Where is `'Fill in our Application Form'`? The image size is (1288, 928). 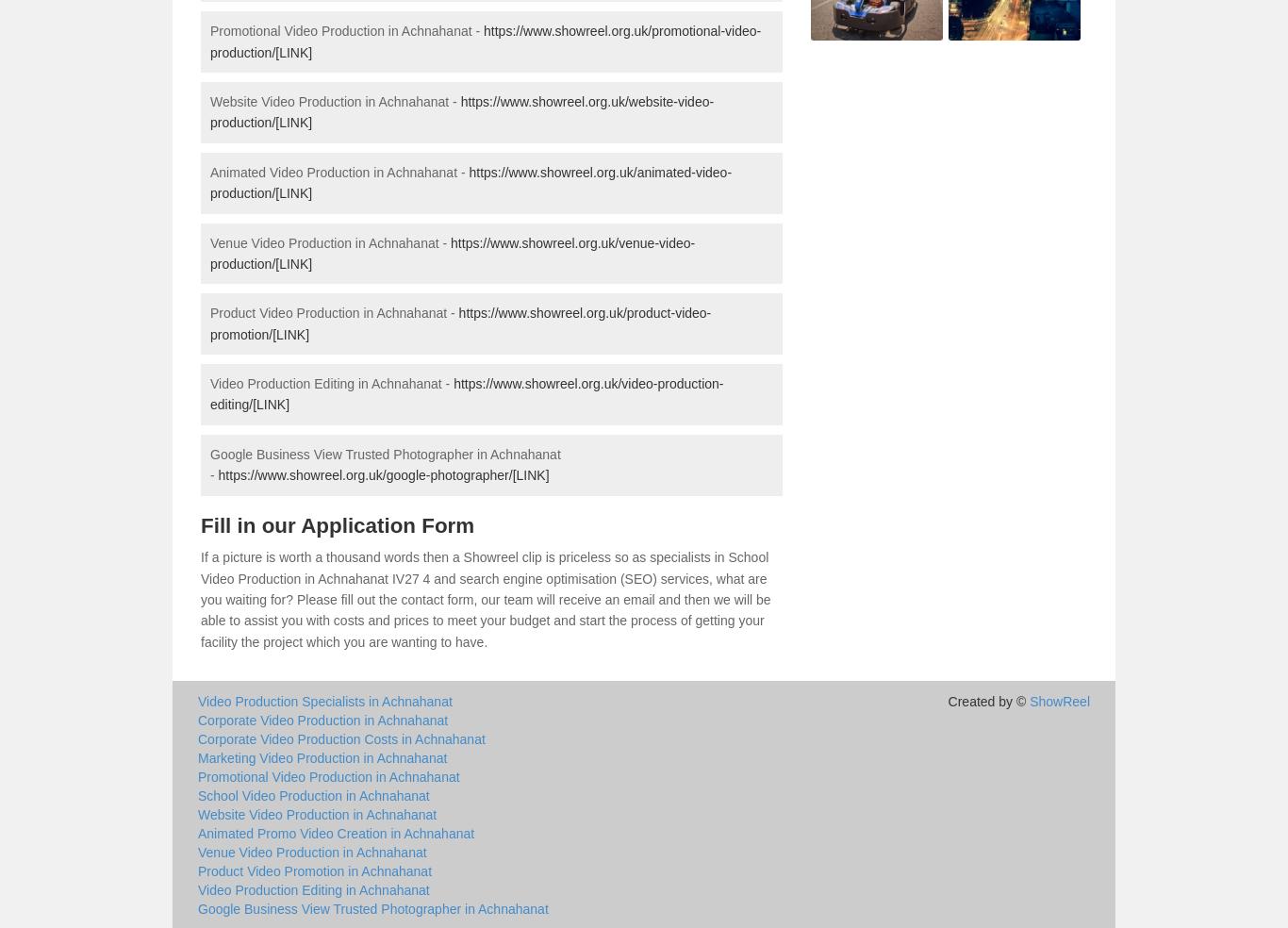
'Fill in our Application Form' is located at coordinates (337, 523).